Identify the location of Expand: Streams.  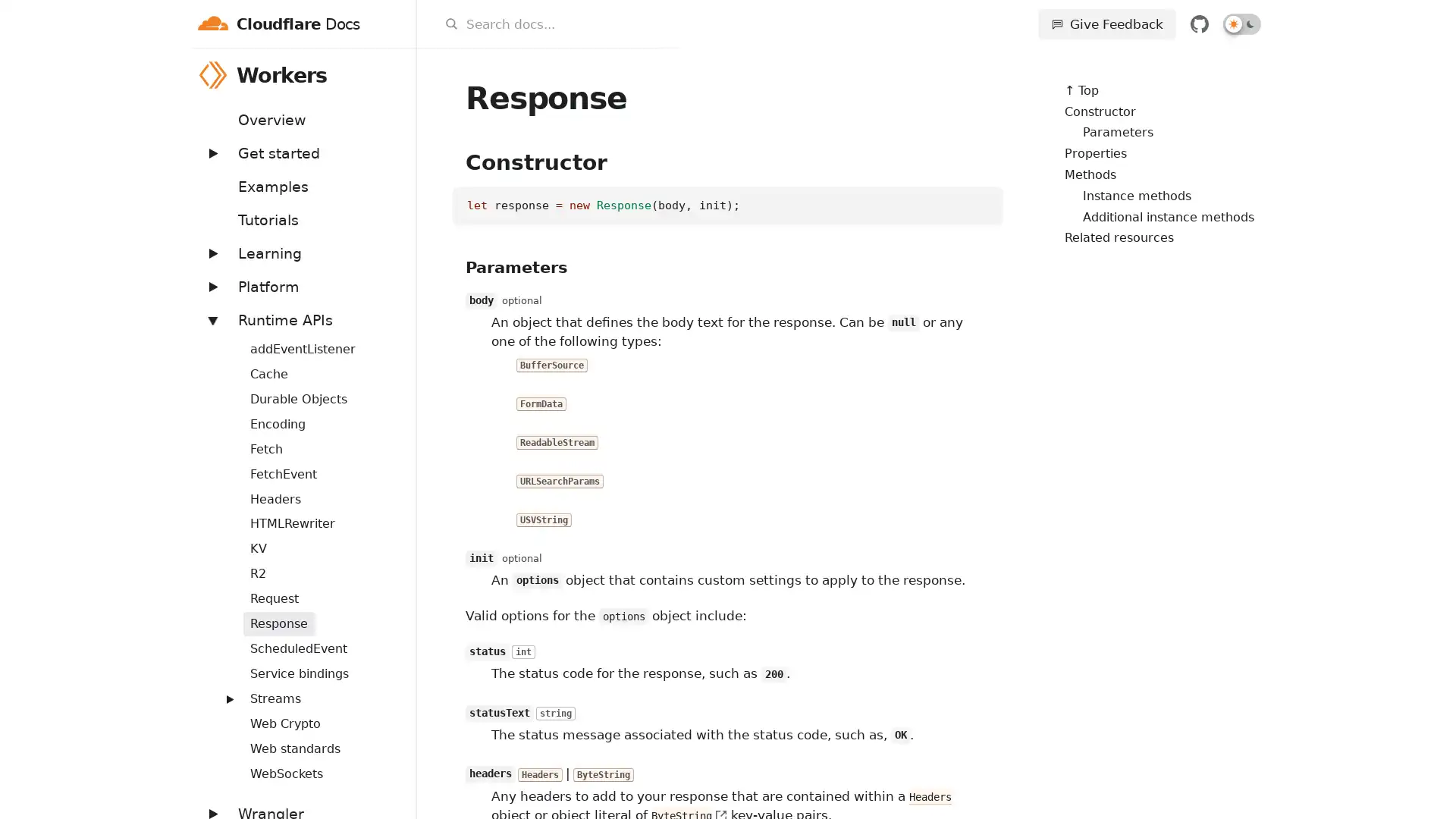
(228, 698).